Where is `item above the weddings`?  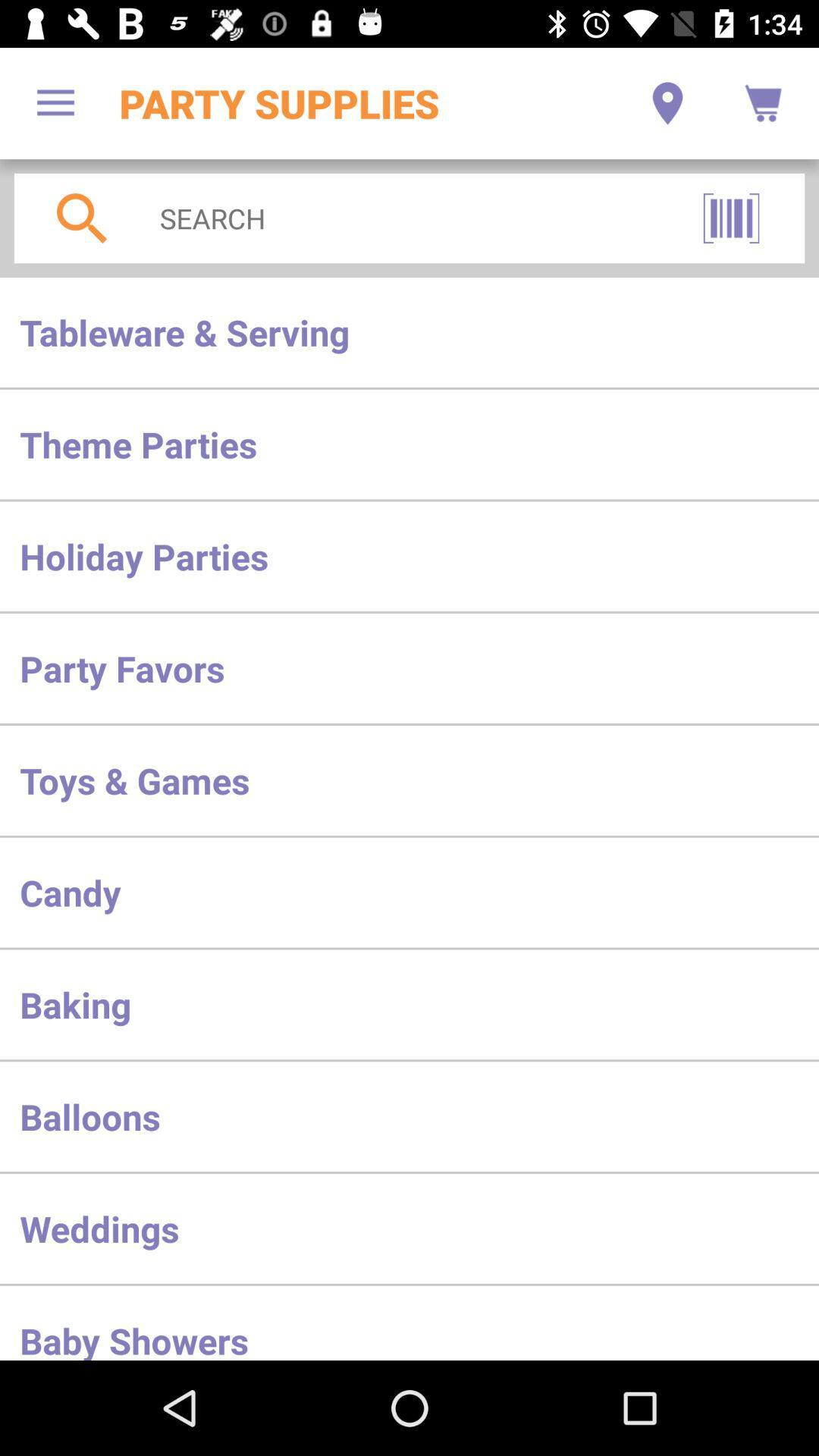
item above the weddings is located at coordinates (409, 1116).